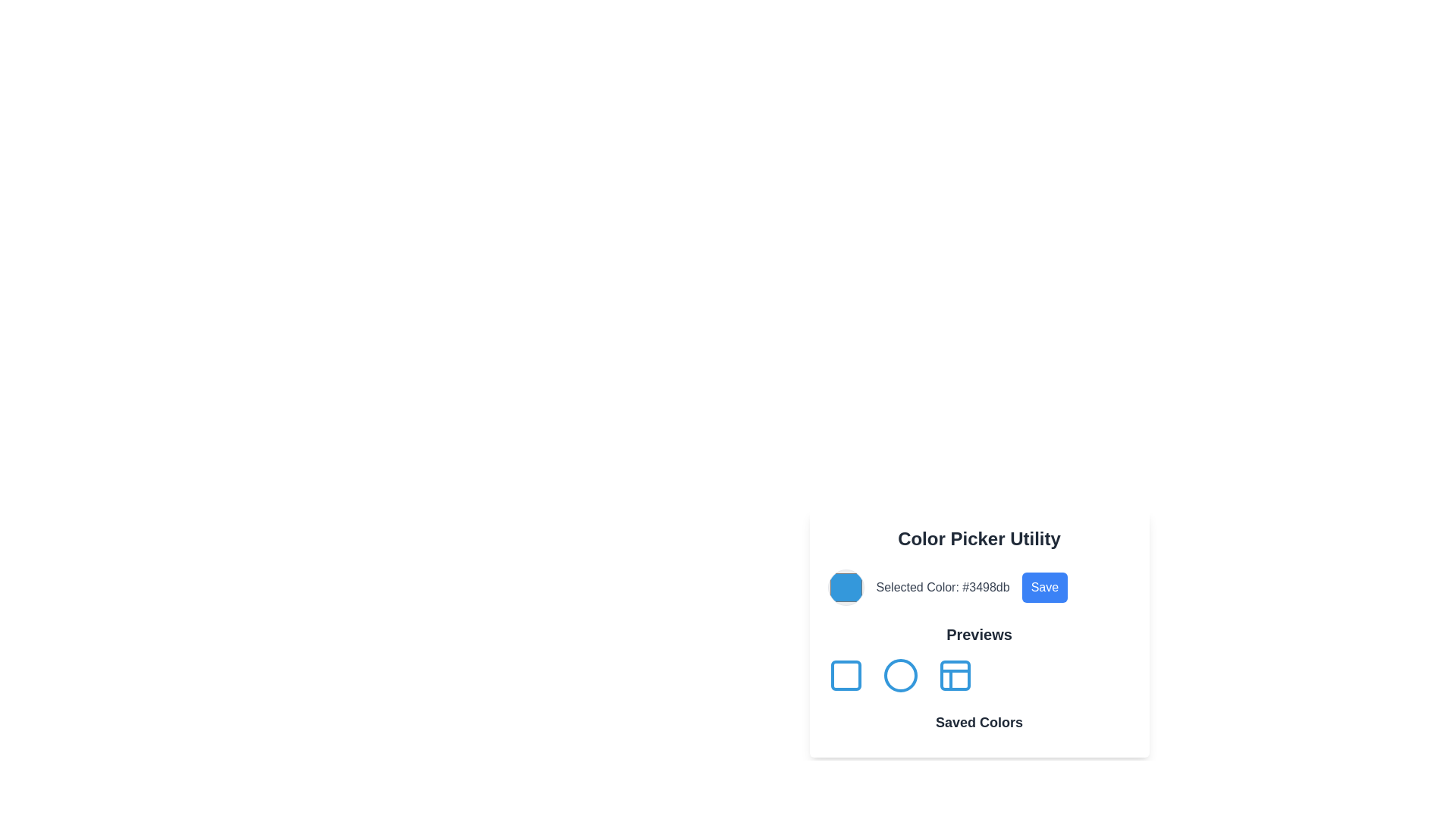 The image size is (1456, 819). Describe the element at coordinates (979, 587) in the screenshot. I see `displayed HEX code '#3498db' from the label 'Selected Color: #3498db' in the color picker utility group, which is located beneath the heading 'Color Picker Utility'` at that location.